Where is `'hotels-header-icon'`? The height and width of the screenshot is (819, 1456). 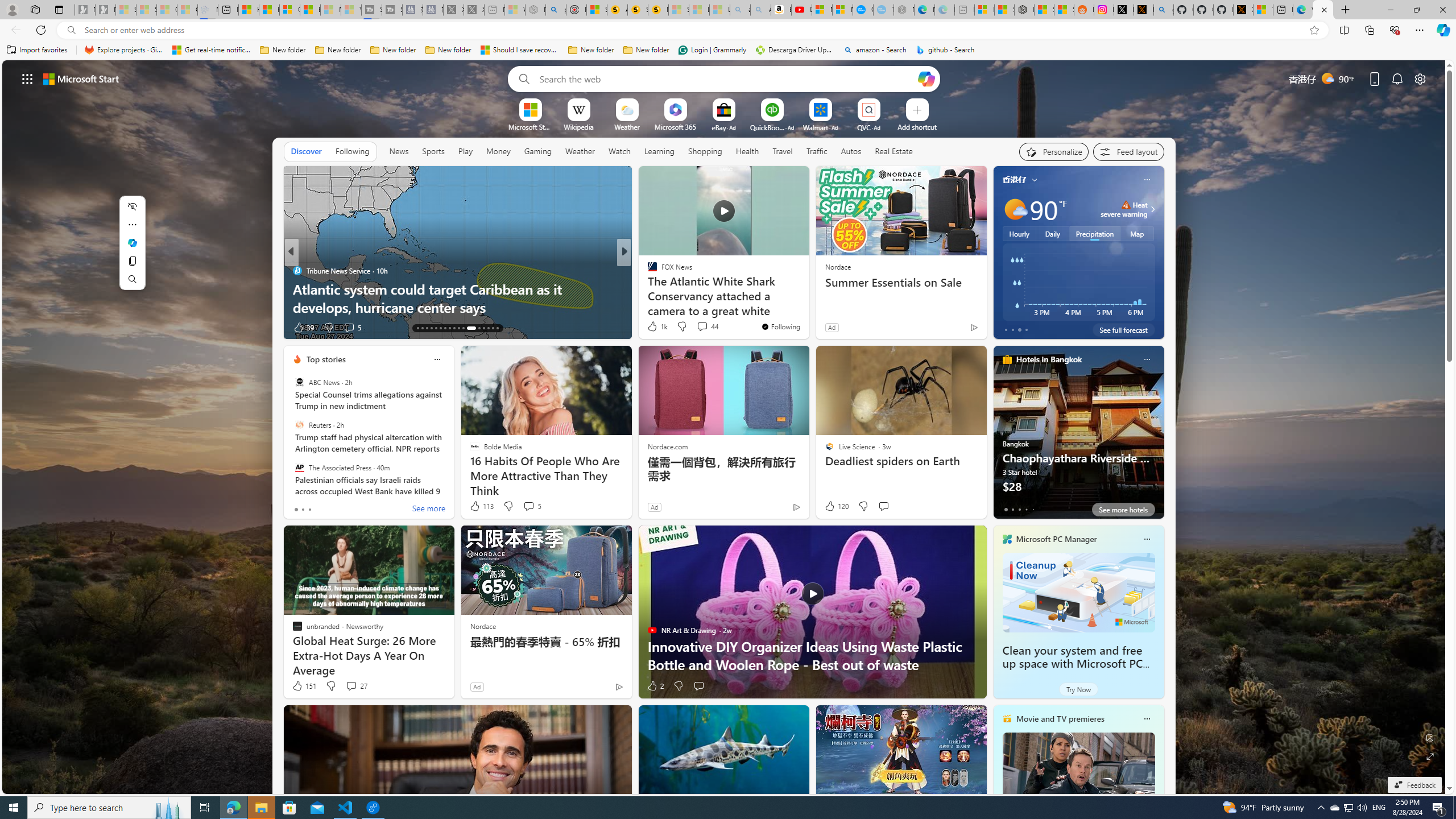
'hotels-header-icon' is located at coordinates (1006, 359).